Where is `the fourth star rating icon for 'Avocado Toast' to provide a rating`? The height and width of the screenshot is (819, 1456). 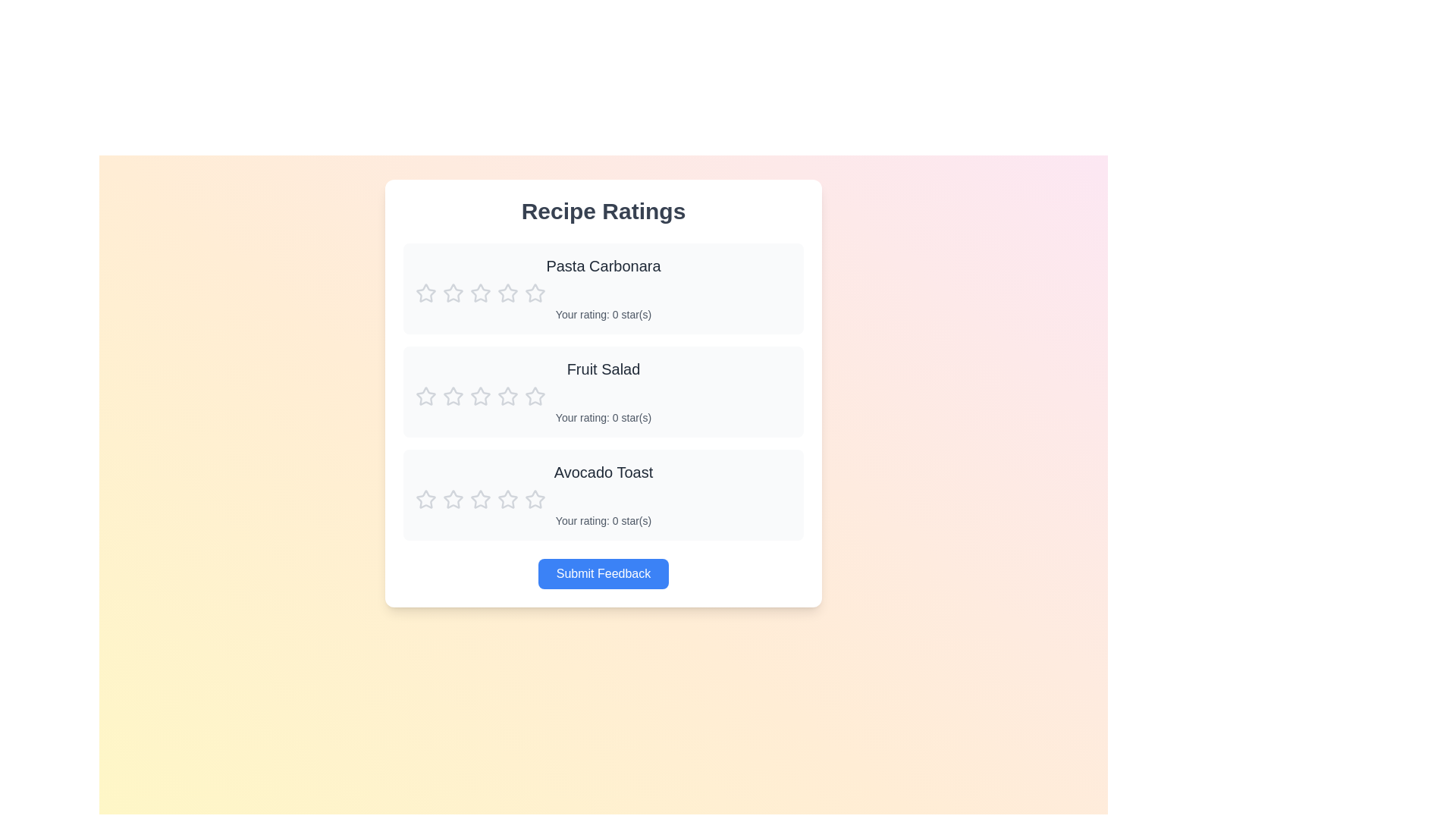 the fourth star rating icon for 'Avocado Toast' to provide a rating is located at coordinates (479, 500).